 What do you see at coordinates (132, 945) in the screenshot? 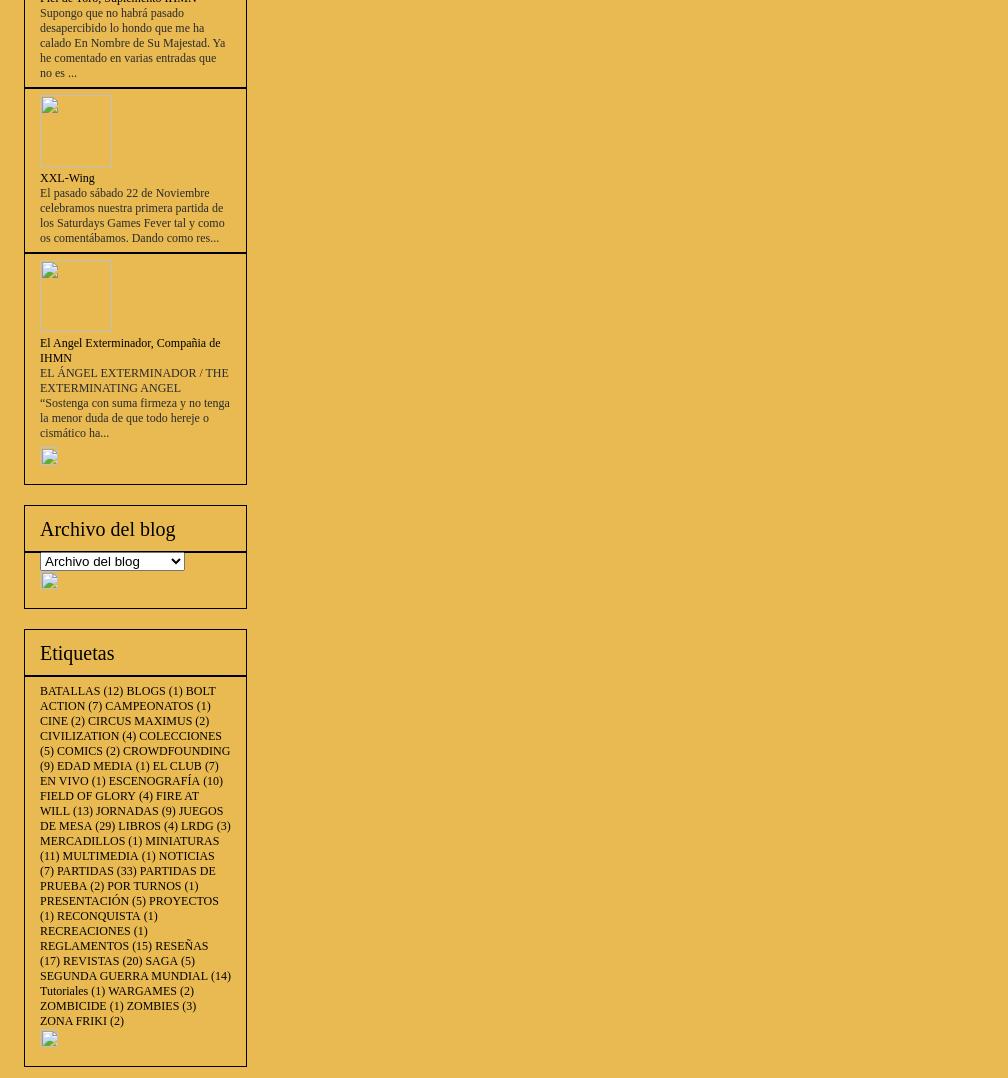
I see `'(15)'` at bounding box center [132, 945].